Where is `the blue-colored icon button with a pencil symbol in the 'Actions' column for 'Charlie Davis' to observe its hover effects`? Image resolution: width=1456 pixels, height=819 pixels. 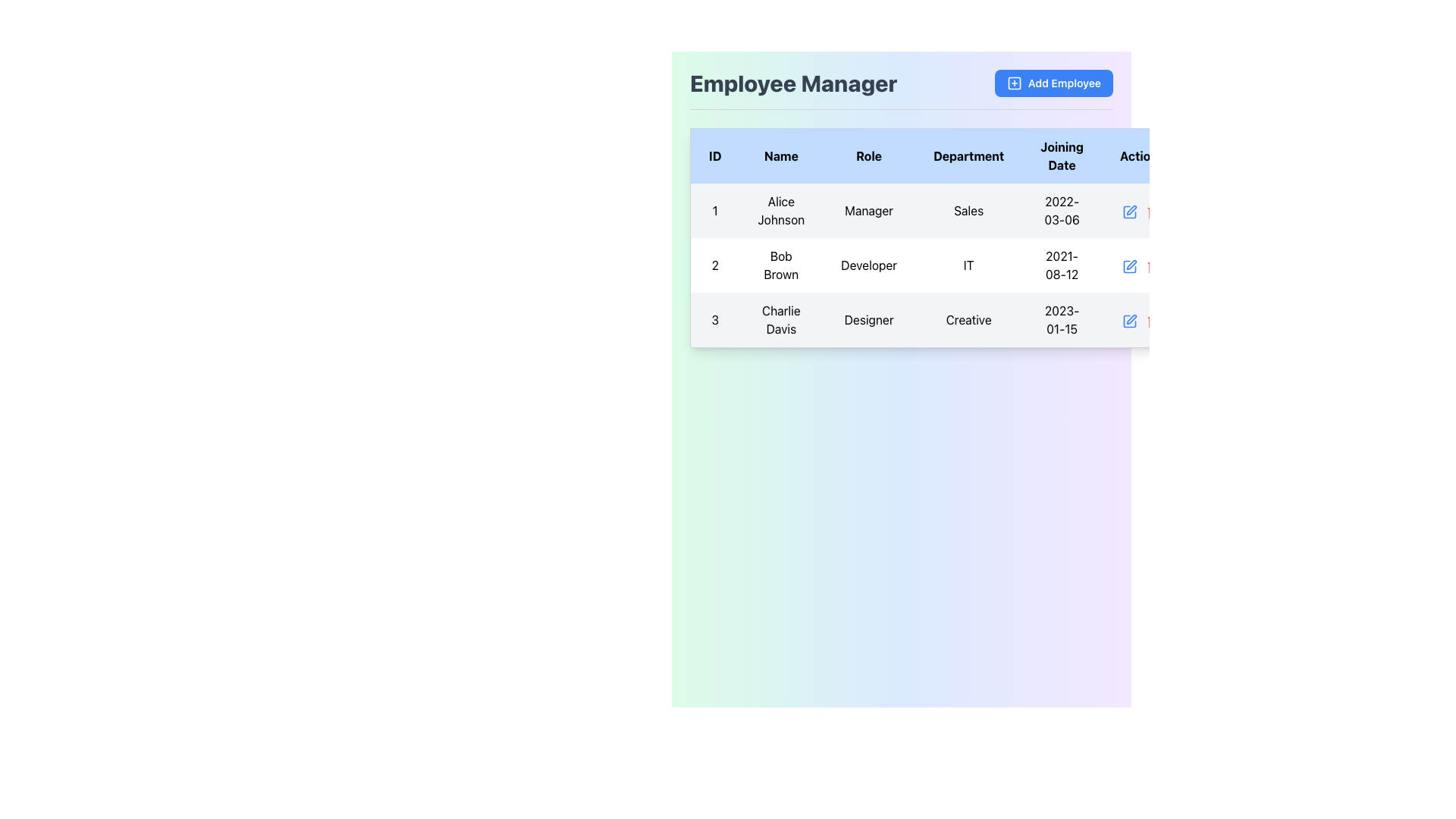 the blue-colored icon button with a pencil symbol in the 'Actions' column for 'Charlie Davis' to observe its hover effects is located at coordinates (1130, 318).